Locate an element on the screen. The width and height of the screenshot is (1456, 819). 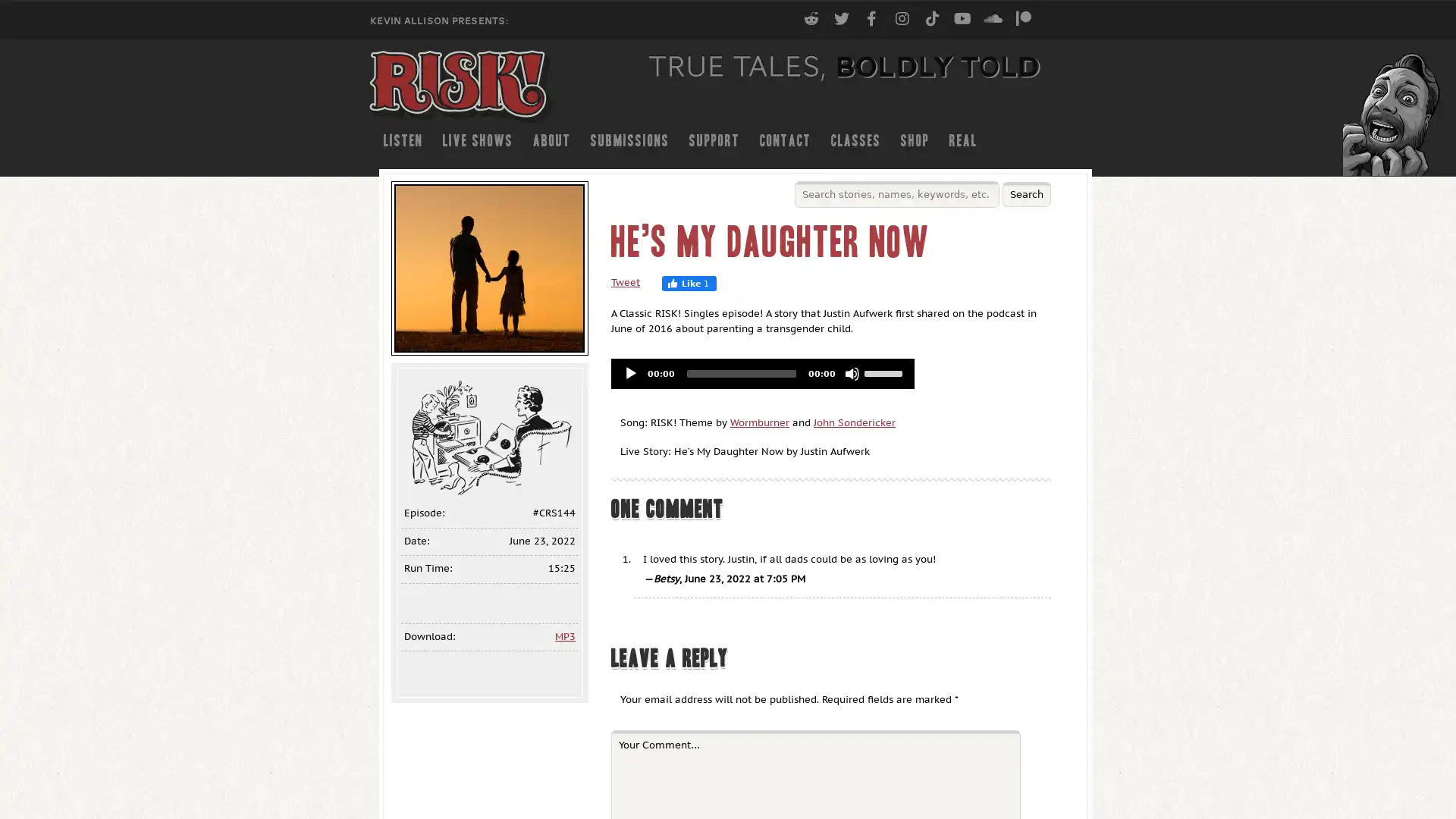
Play is located at coordinates (630, 374).